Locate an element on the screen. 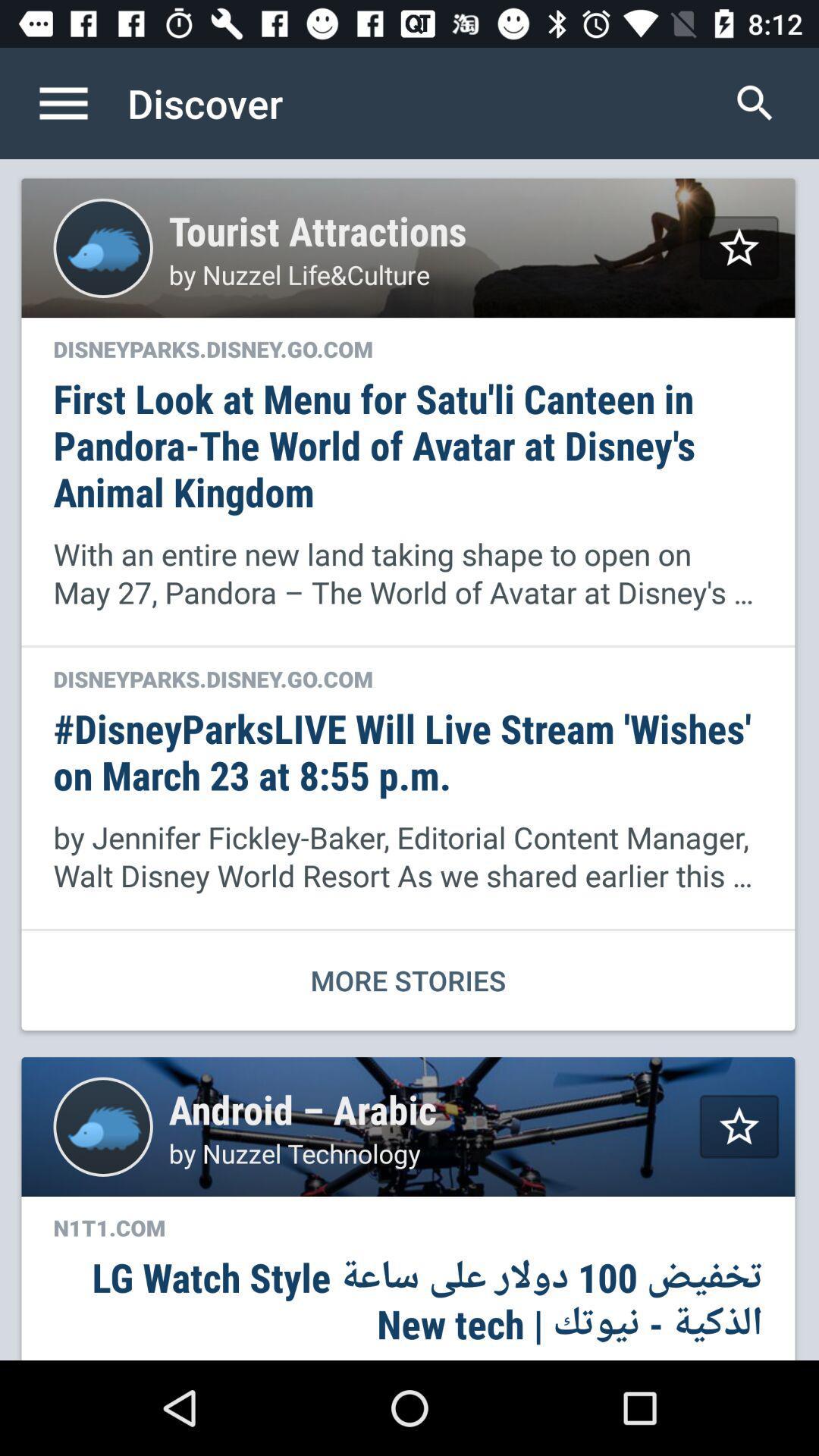 This screenshot has width=819, height=1456. open app menu is located at coordinates (79, 102).